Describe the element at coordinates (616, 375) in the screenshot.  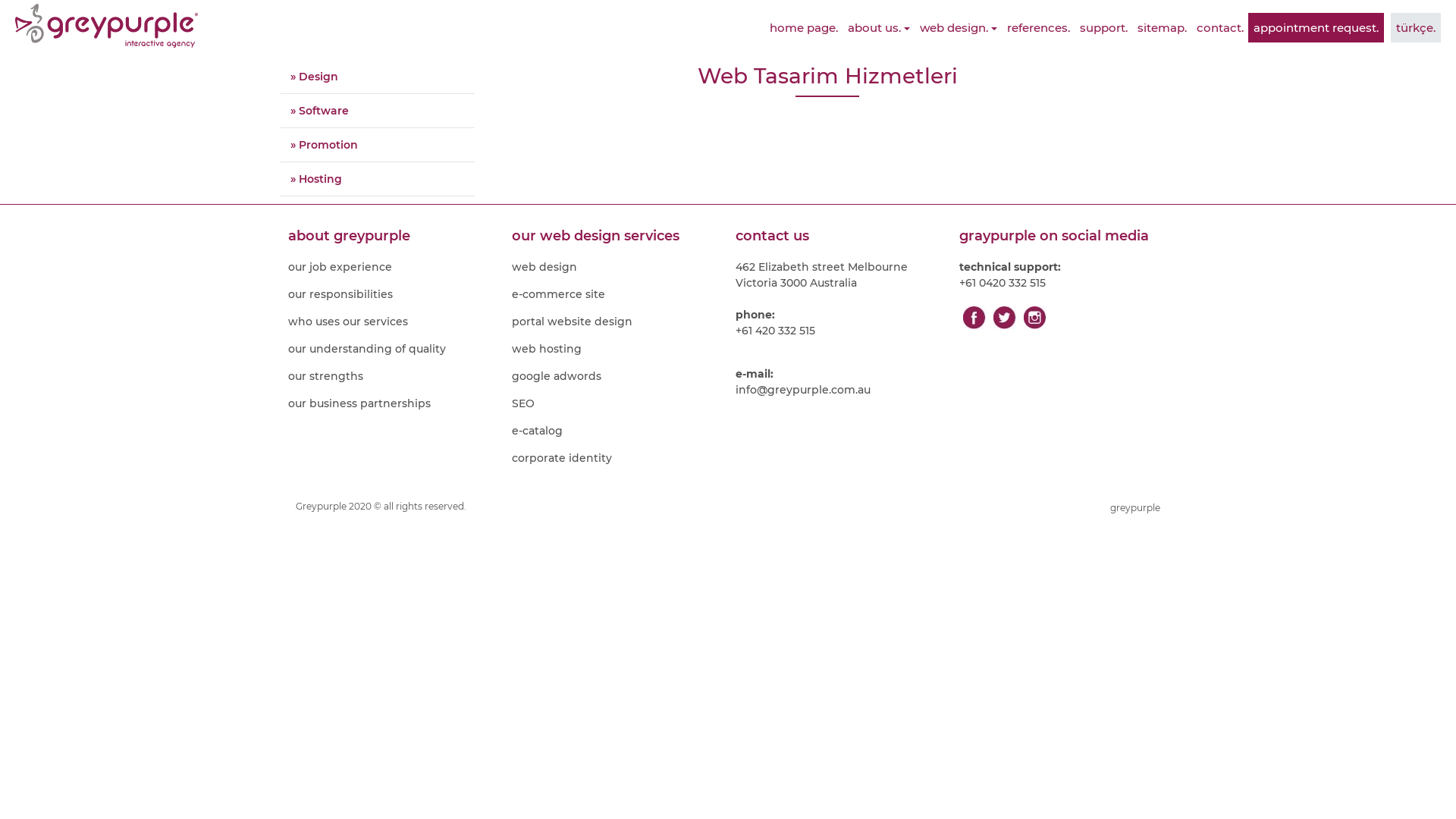
I see `'google adwords'` at that location.